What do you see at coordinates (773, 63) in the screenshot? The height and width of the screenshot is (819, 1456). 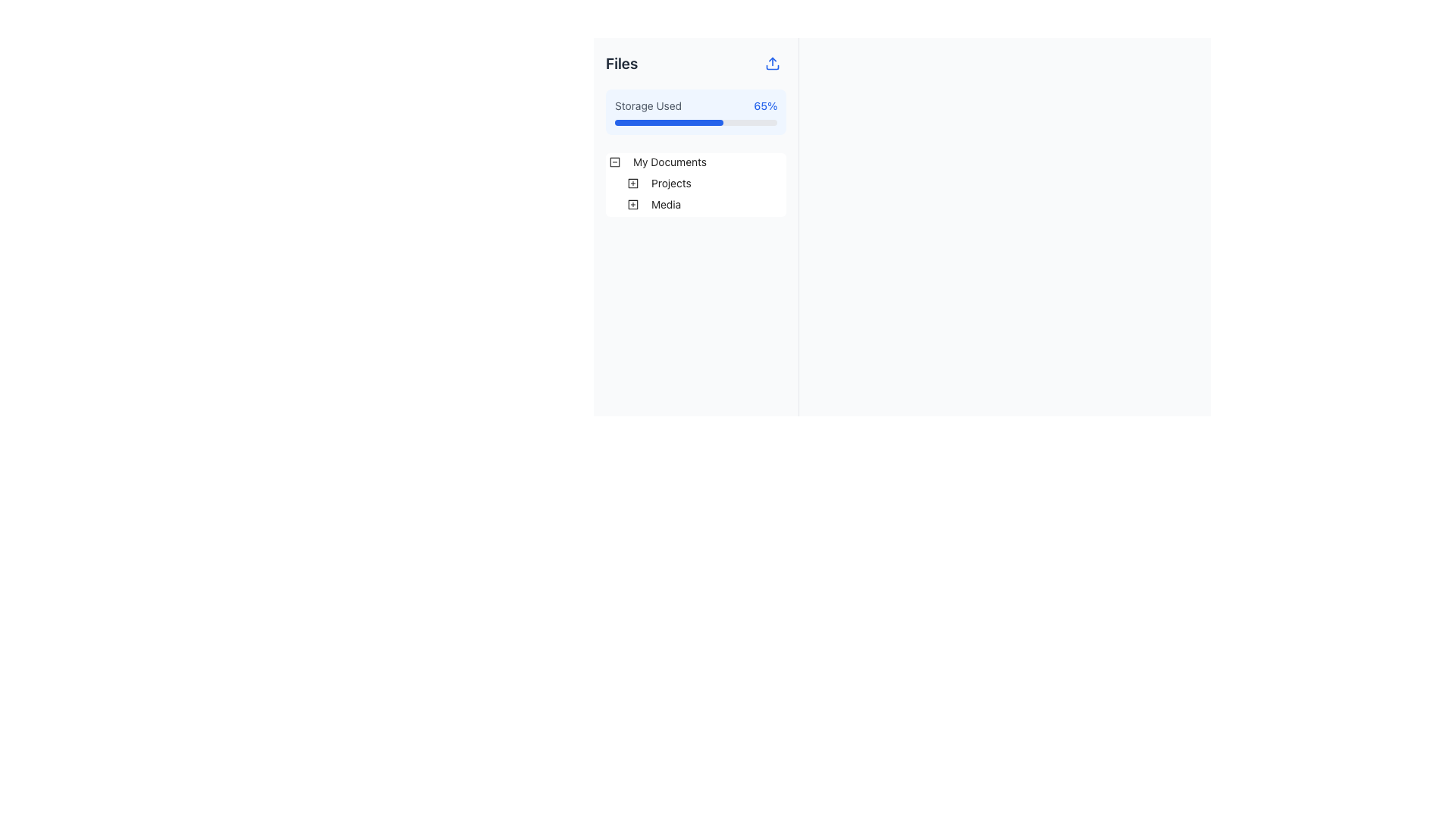 I see `the rounded blue button with an upload arrow icon located to the right of the 'Files' title` at bounding box center [773, 63].